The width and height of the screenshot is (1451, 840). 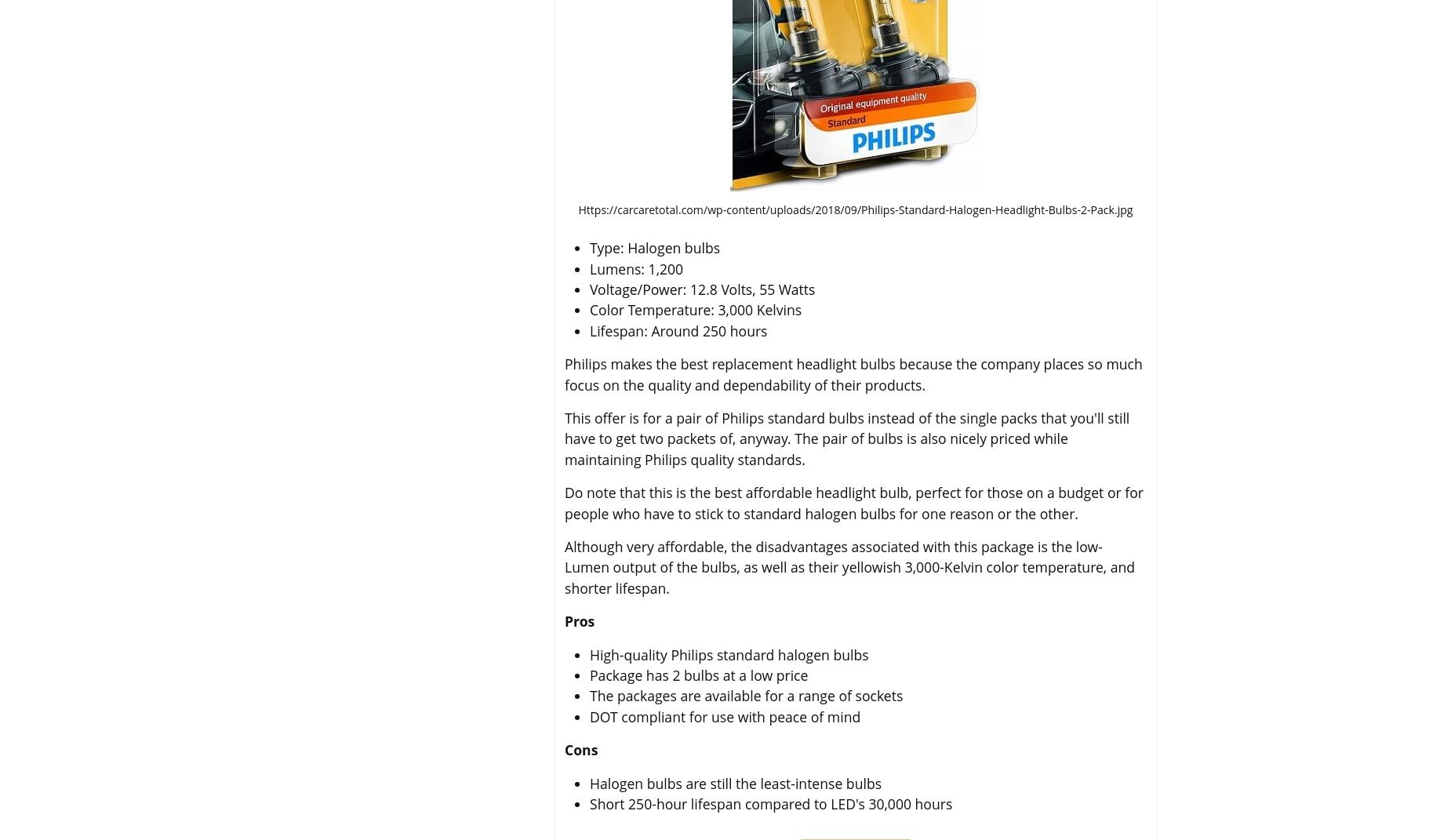 What do you see at coordinates (655, 247) in the screenshot?
I see `'Type: Halogen bulbs'` at bounding box center [655, 247].